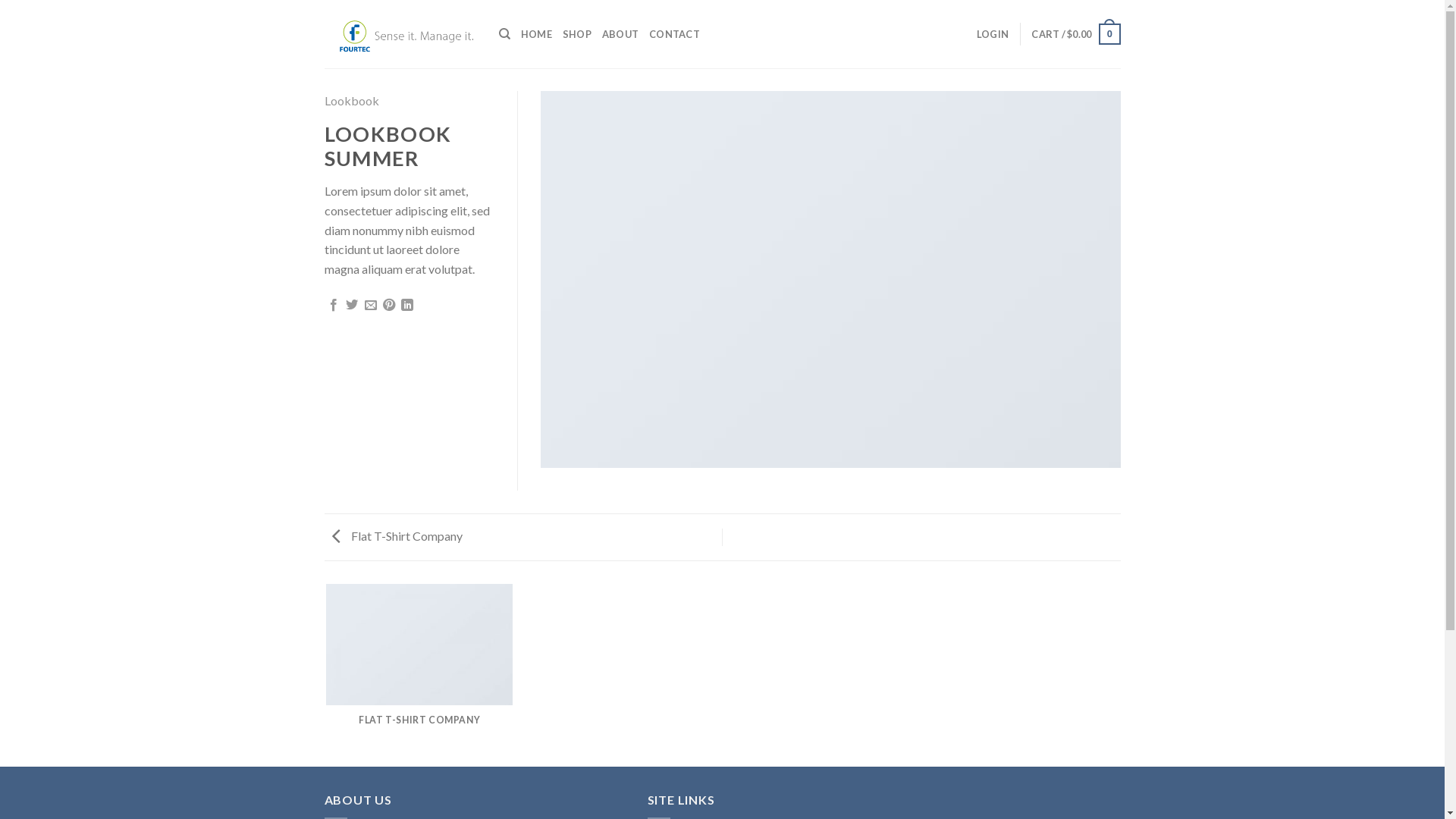  I want to click on 'Share on Facebook', so click(333, 305).